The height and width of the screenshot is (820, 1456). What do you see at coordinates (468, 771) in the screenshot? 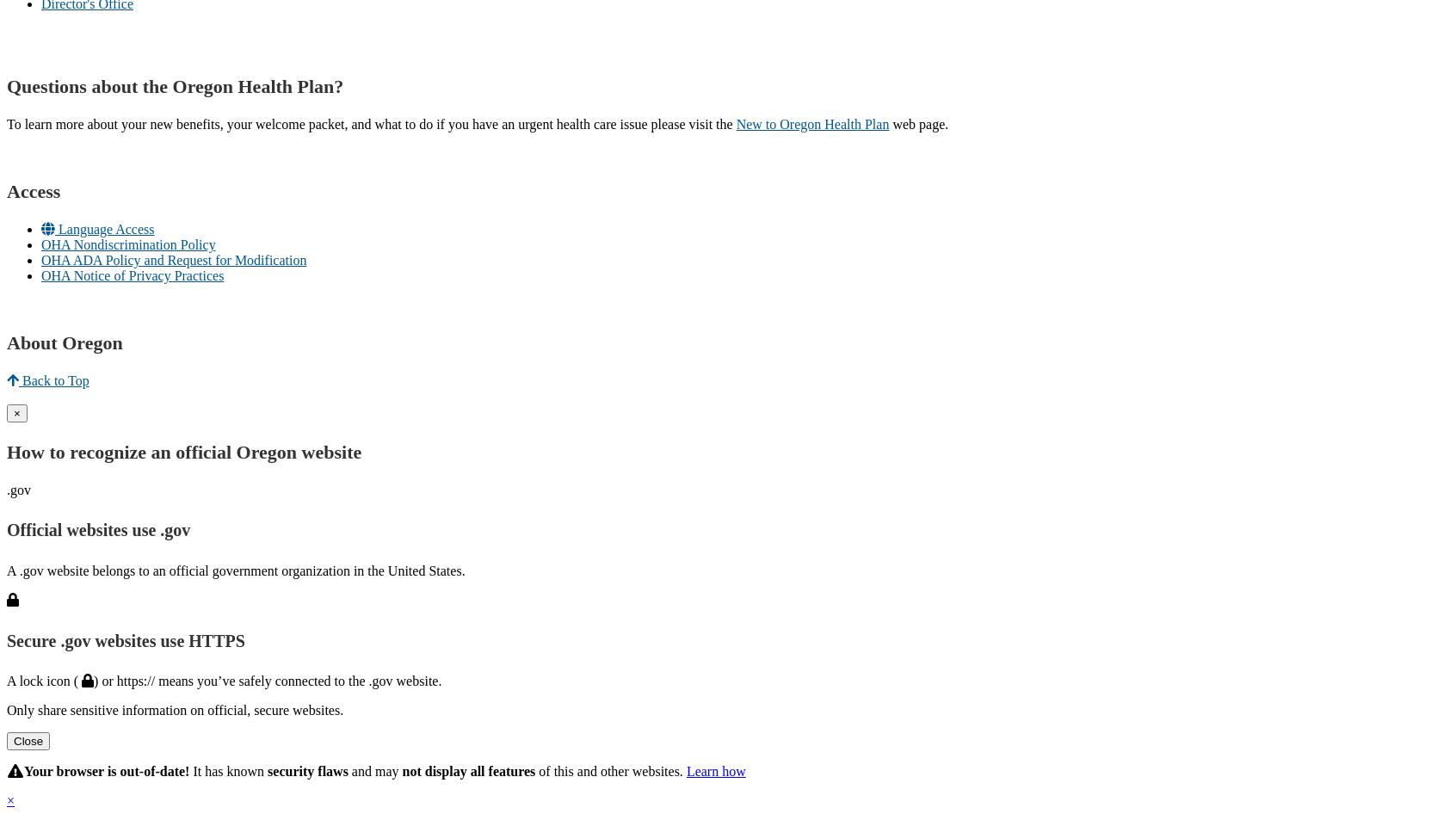
I see `'not display all features'` at bounding box center [468, 771].